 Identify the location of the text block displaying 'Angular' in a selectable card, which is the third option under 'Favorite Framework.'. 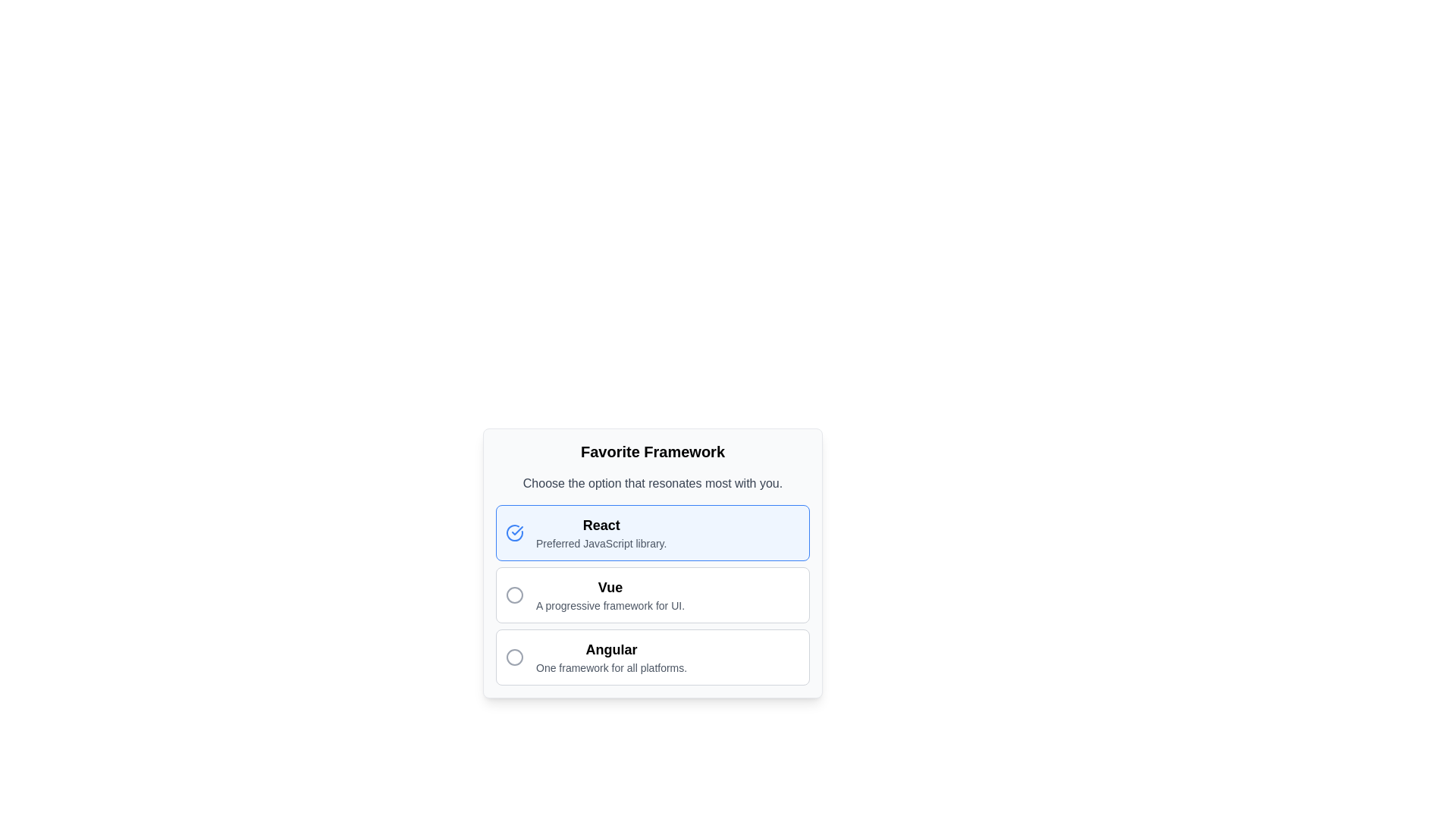
(611, 657).